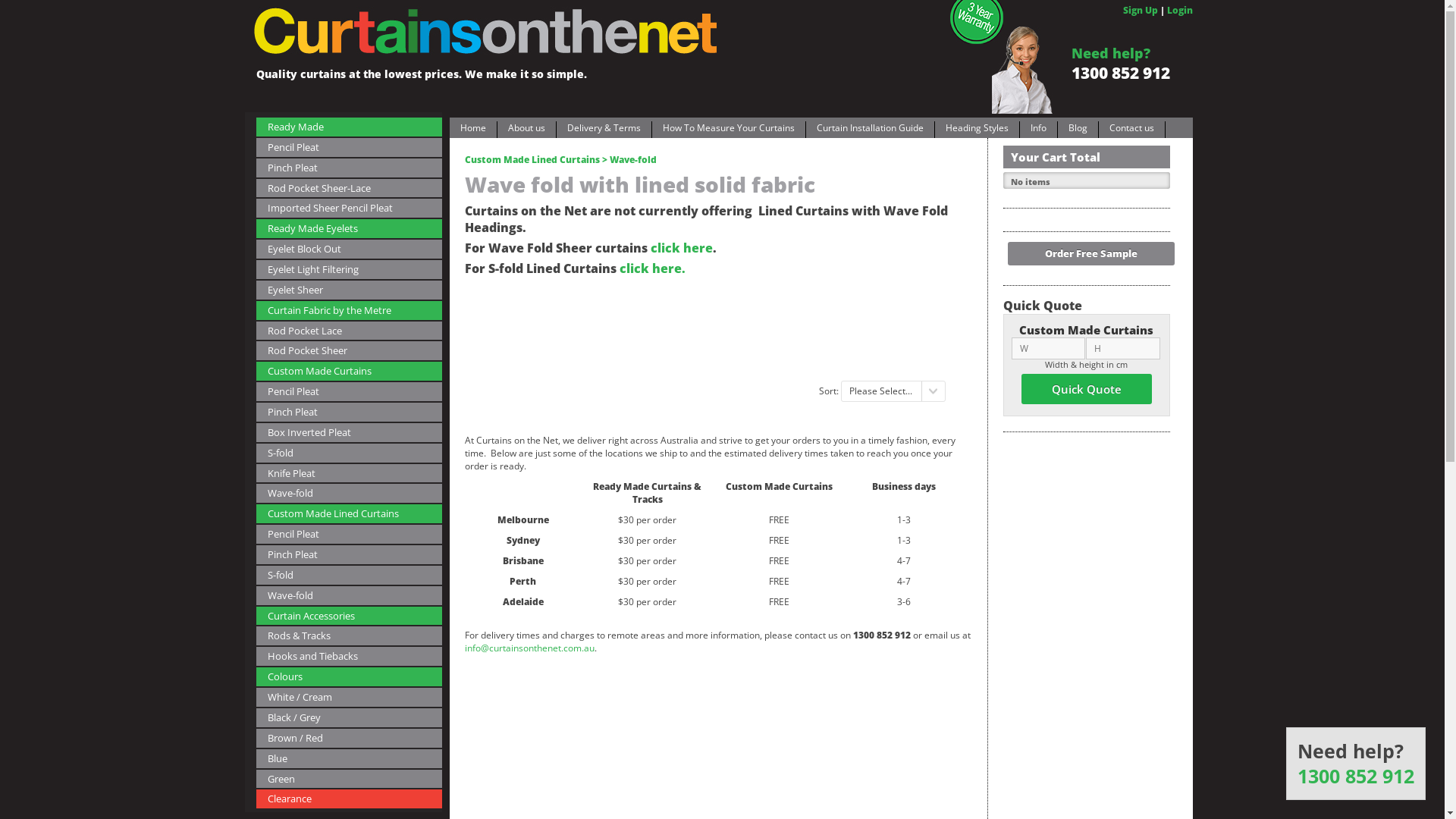 The width and height of the screenshot is (1456, 819). Describe the element at coordinates (348, 758) in the screenshot. I see `'Blue'` at that location.